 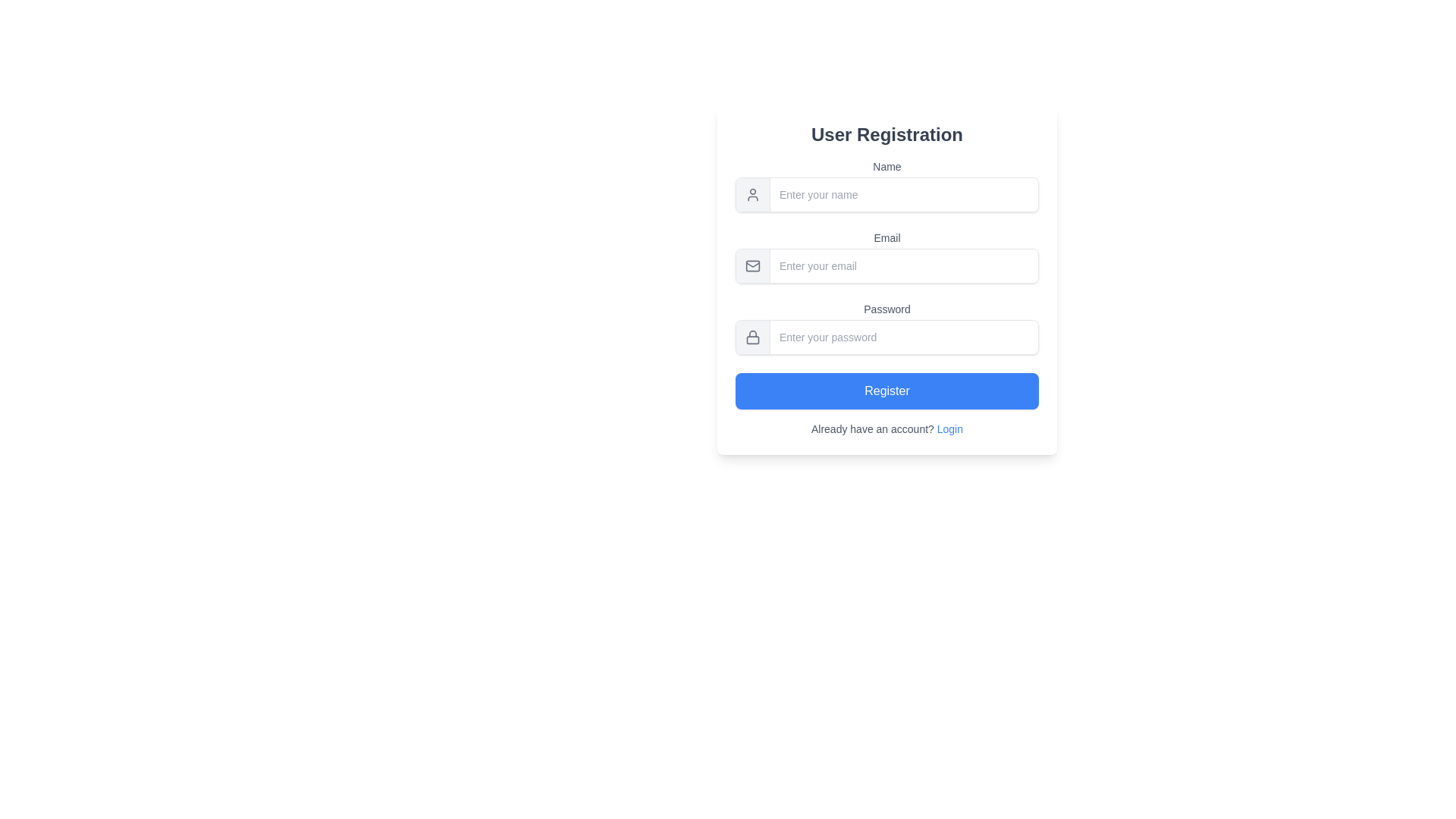 What do you see at coordinates (753, 263) in the screenshot?
I see `the email icon, which is a stylized graphic of an envelope with an open top, located to the left of the email input field` at bounding box center [753, 263].